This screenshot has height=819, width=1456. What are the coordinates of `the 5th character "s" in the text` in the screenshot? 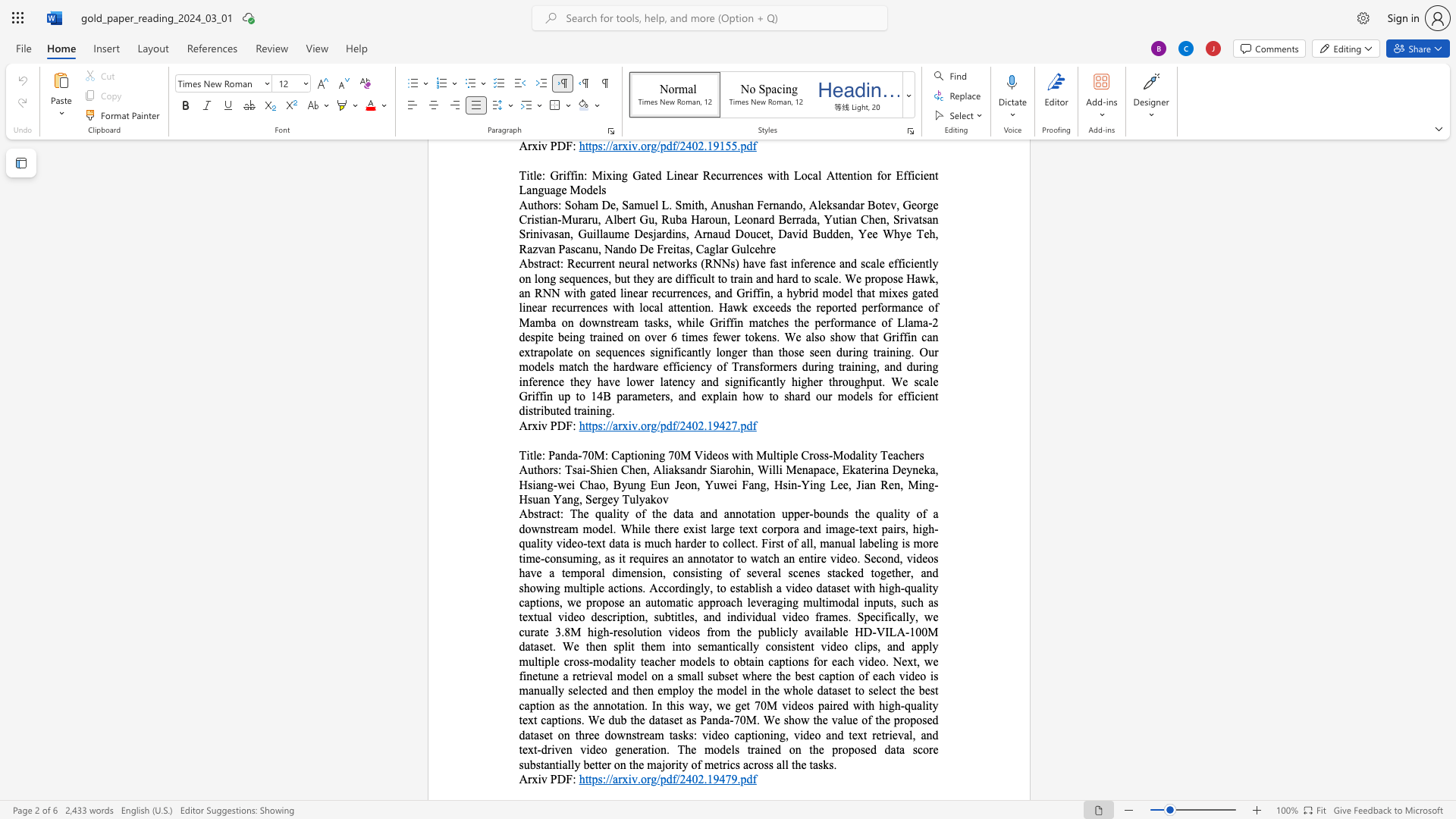 It's located at (639, 542).